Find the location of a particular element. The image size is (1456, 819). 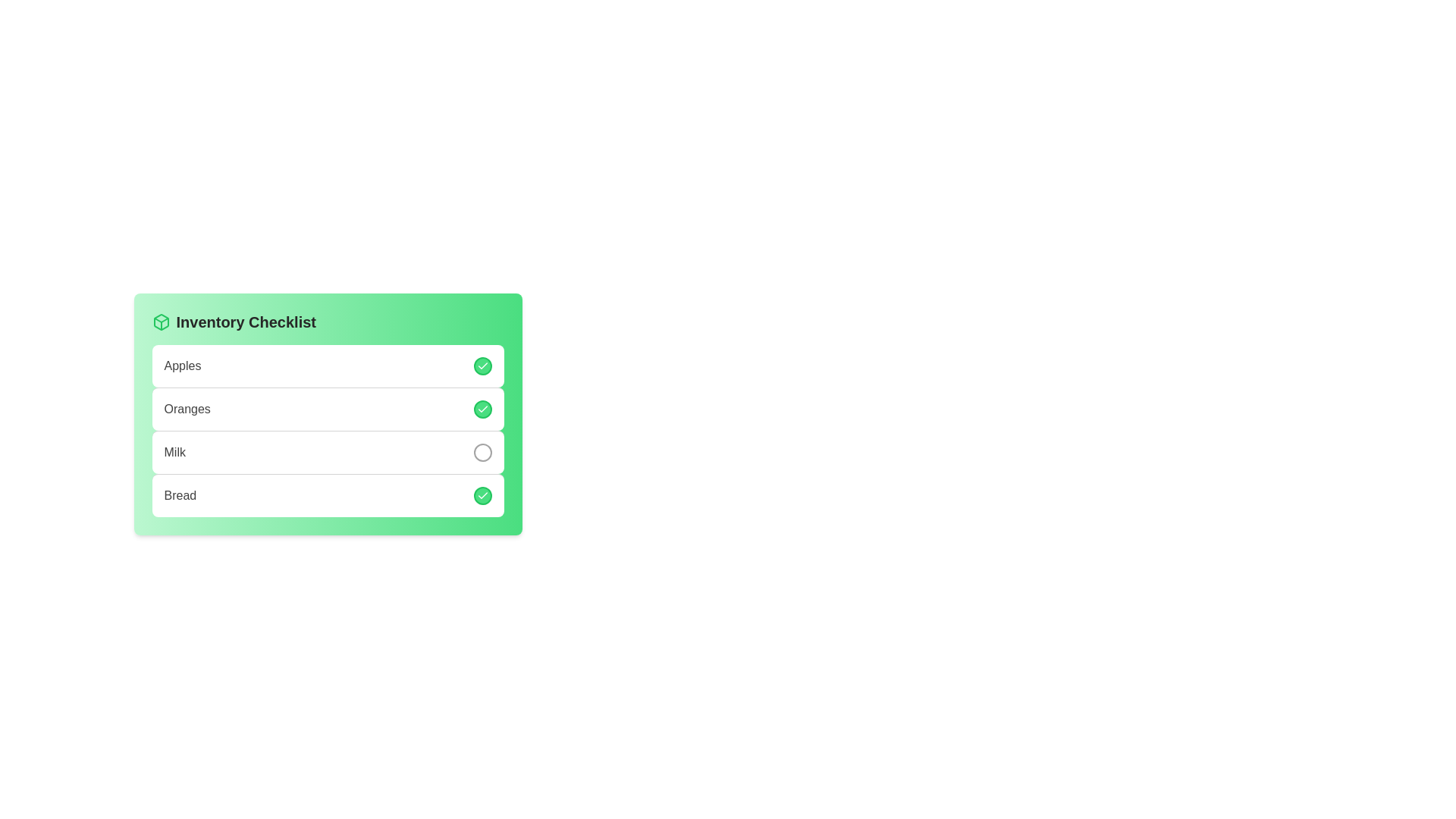

the small checkmark icon styled as an SVG element, which is visually distinct with a white checkmark symbol surrounded by a green circle background, located to the right of the text label 'Oranges' in the checklist interface is located at coordinates (482, 366).